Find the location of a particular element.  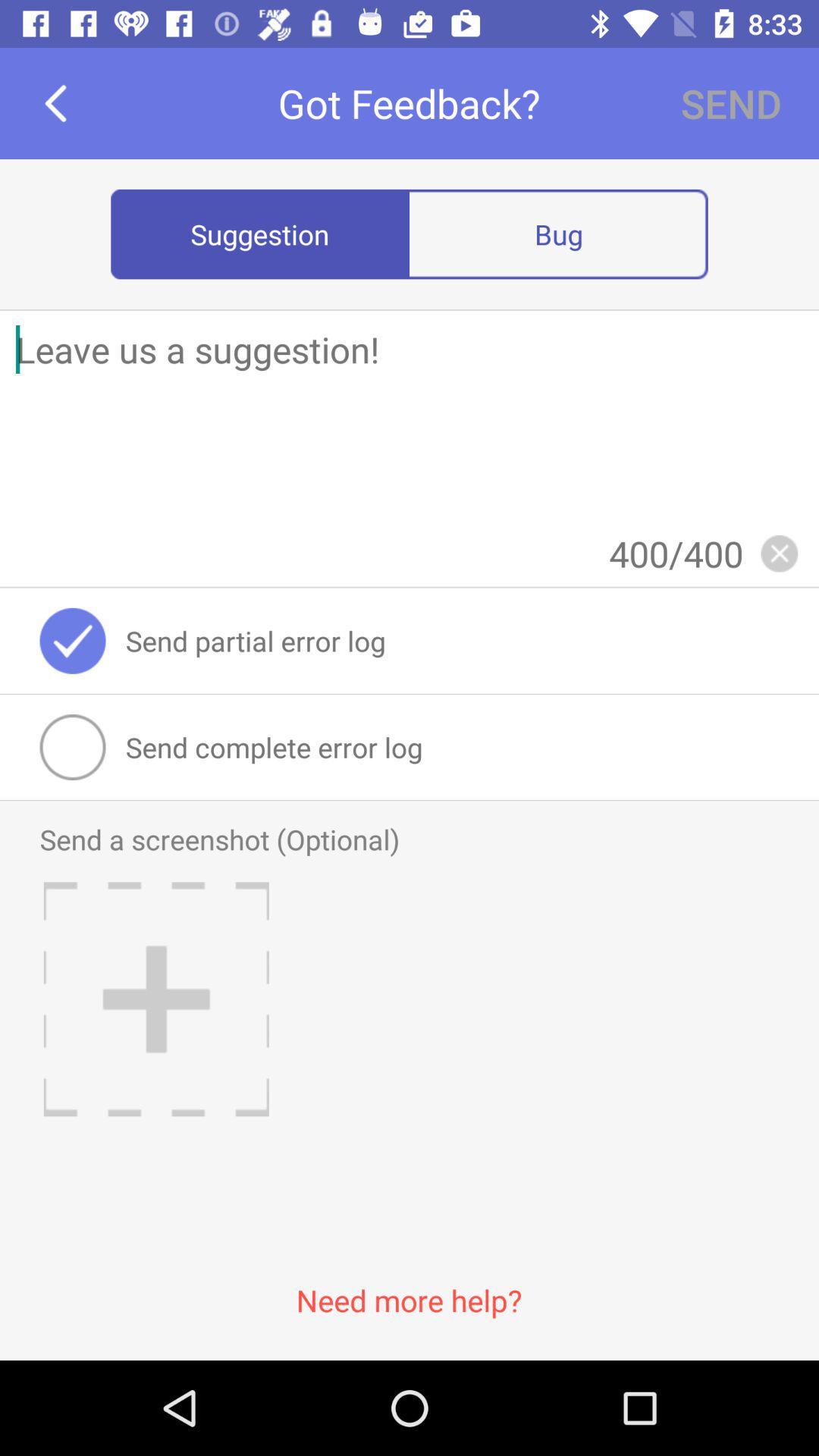

the icon next to 400/400 item is located at coordinates (779, 552).